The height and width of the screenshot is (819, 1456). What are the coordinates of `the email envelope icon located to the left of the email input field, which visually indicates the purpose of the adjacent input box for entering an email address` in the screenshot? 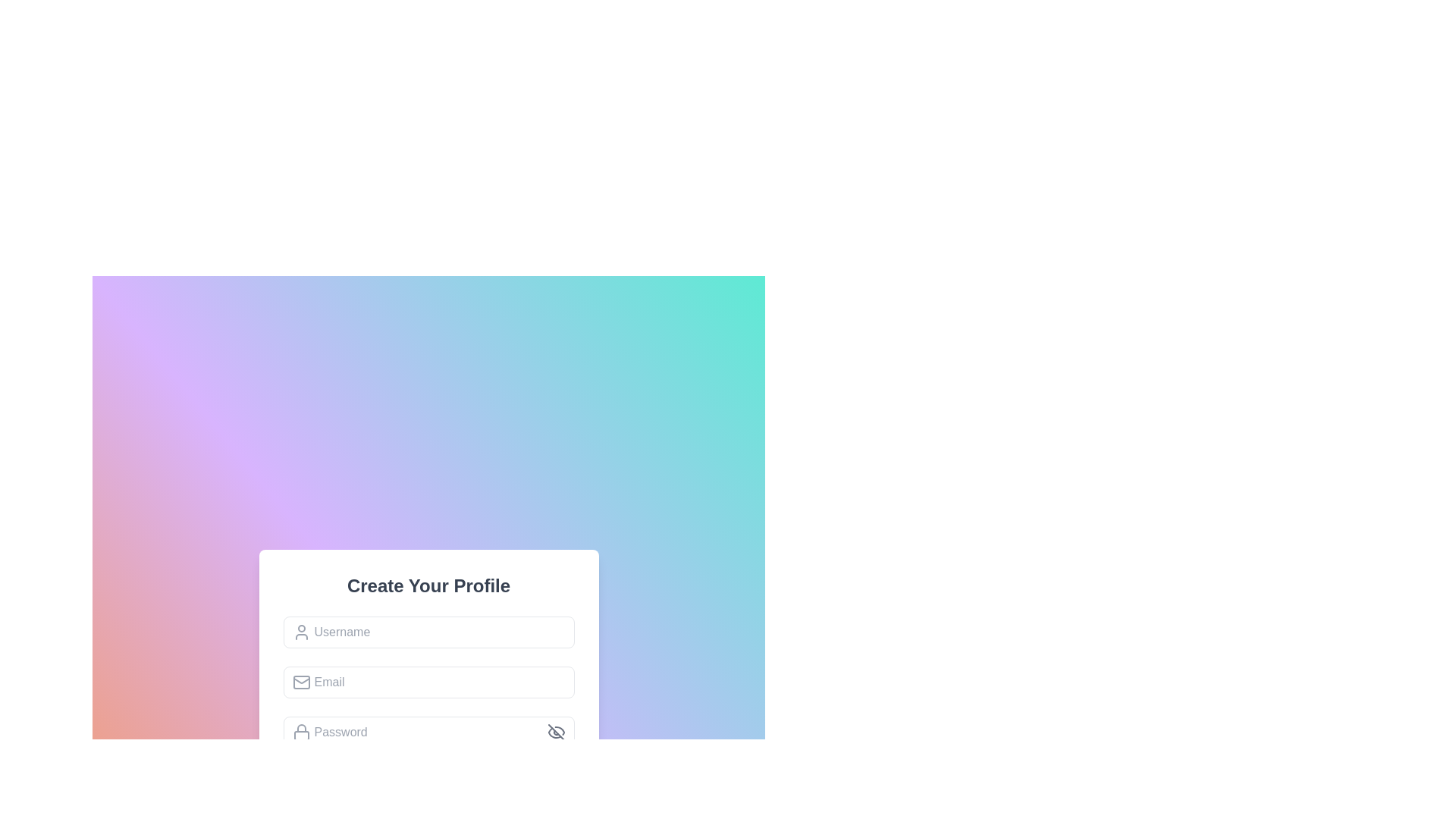 It's located at (301, 681).